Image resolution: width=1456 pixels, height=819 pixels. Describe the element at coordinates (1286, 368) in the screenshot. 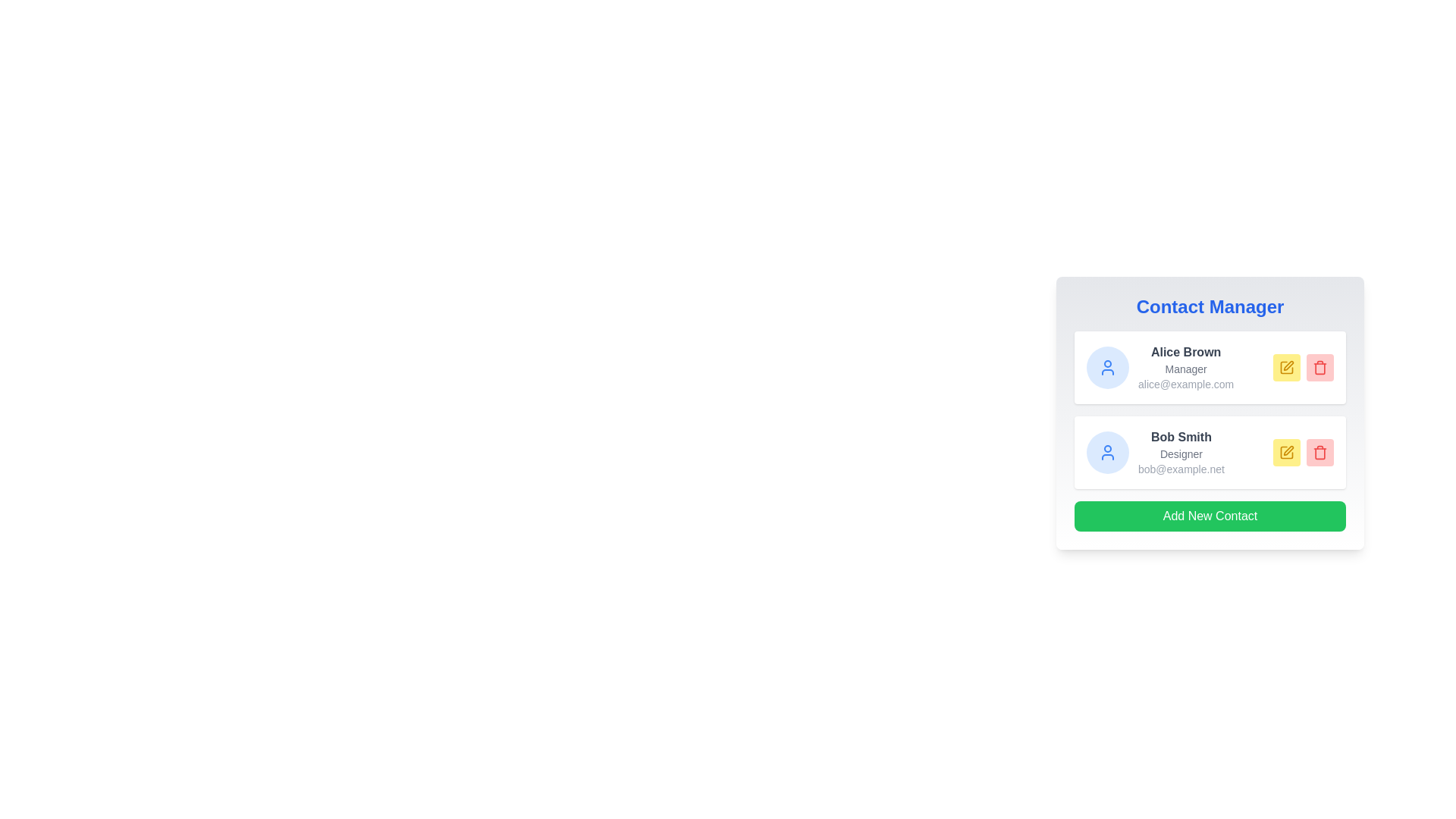

I see `'Edit' button next to the contact 'Alice Brown' to initiate editing` at that location.